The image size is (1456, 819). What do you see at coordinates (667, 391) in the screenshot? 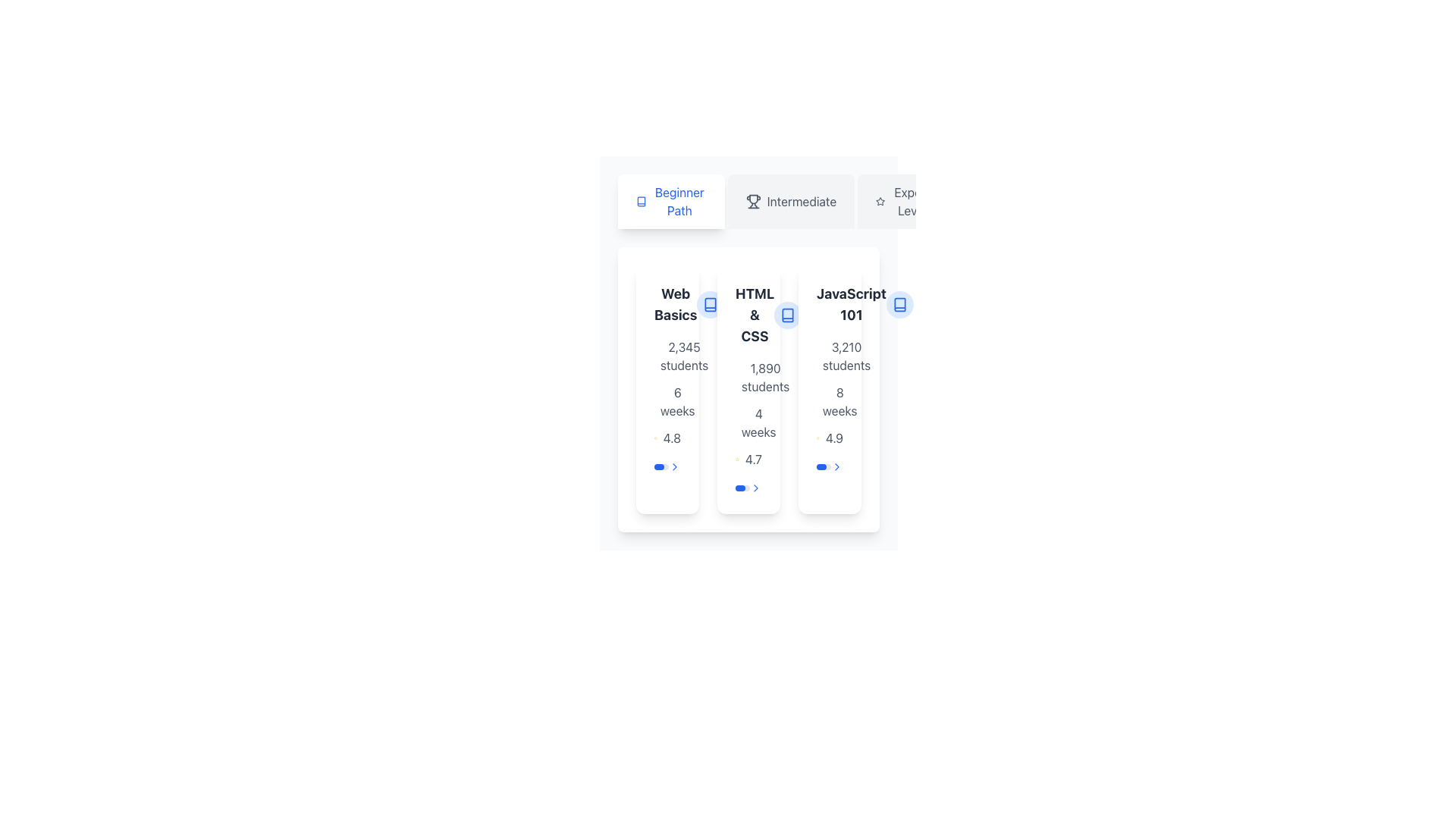
I see `the informational text block containing '2,345 students', '6 weeks', and '4.8' located below the header 'Web Basics' for potential tooltips or further context` at bounding box center [667, 391].